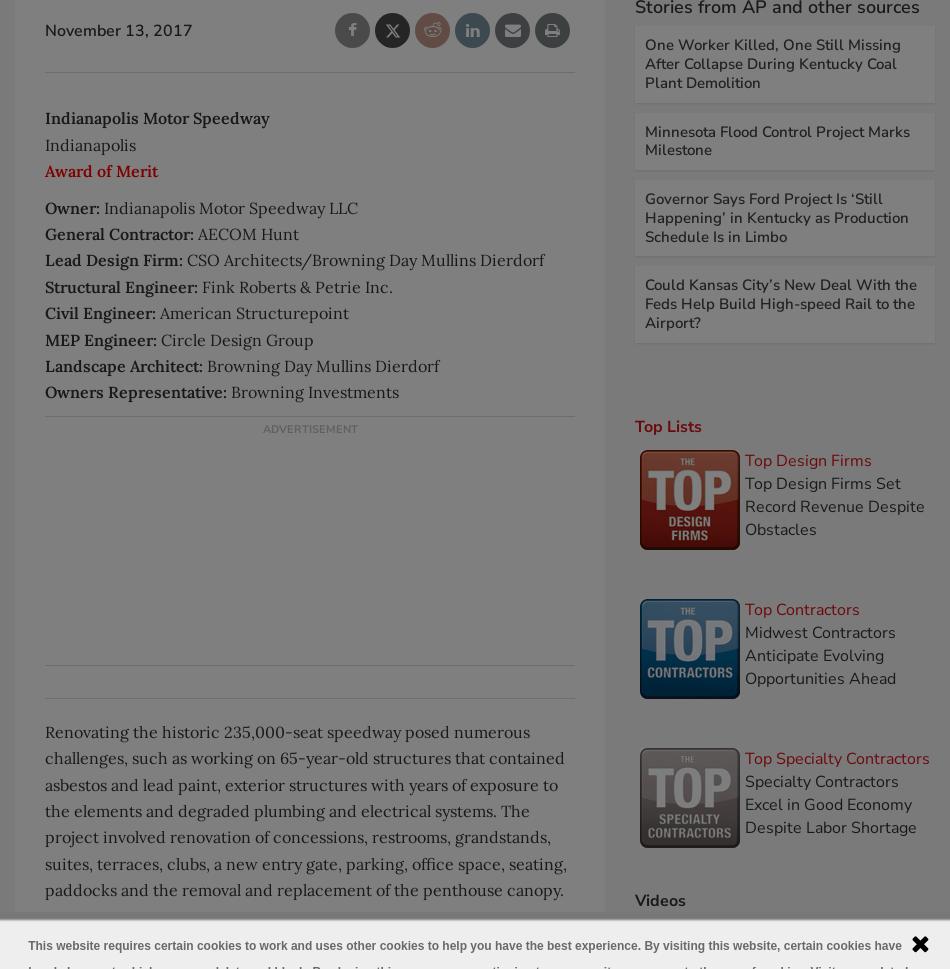 This screenshot has height=969, width=950. Describe the element at coordinates (772, 62) in the screenshot. I see `'One Worker Killed, One Still Missing After Collapse During Kentucky Coal Plant Demolition'` at that location.